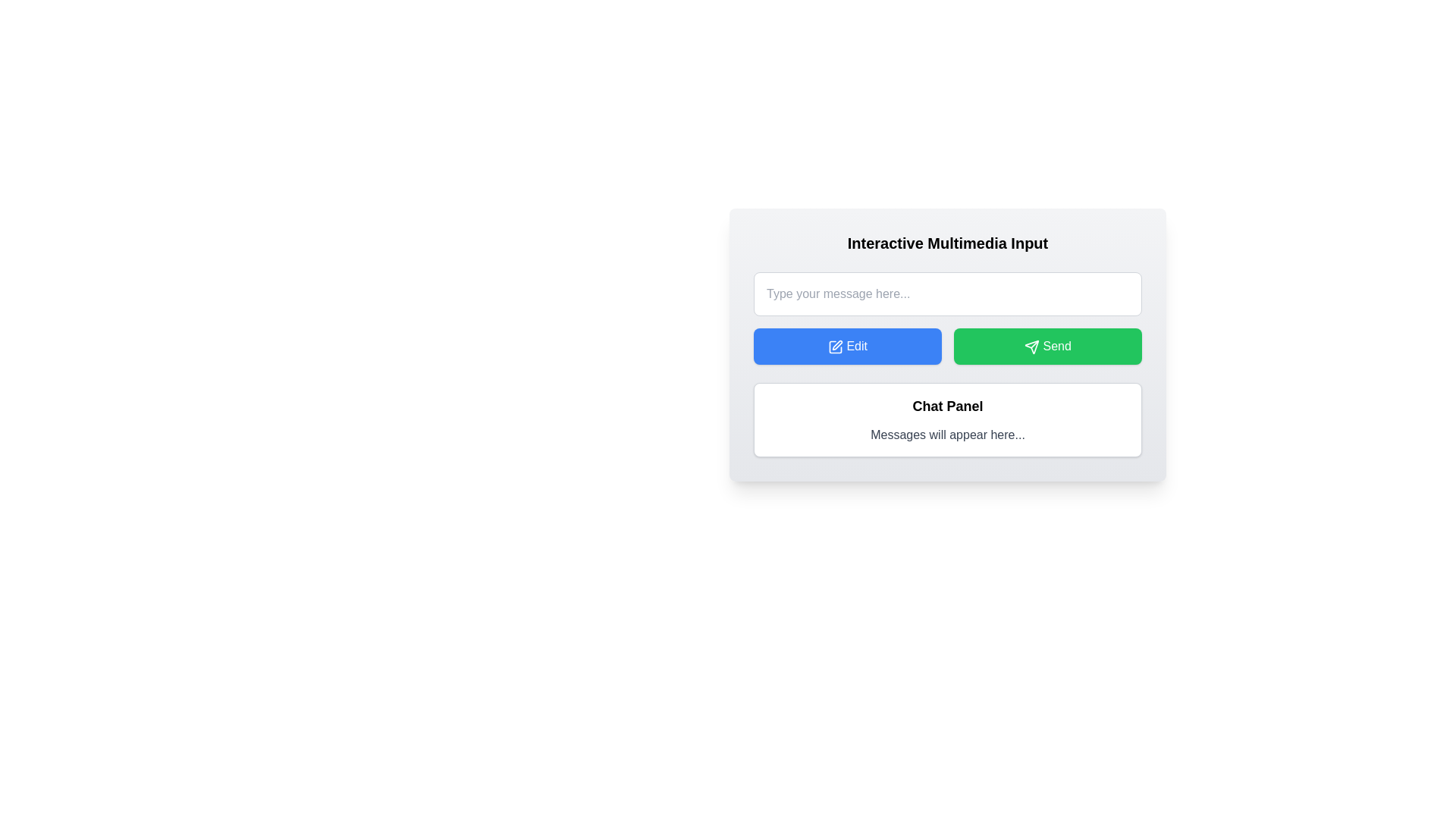 The height and width of the screenshot is (819, 1456). What do you see at coordinates (1031, 347) in the screenshot?
I see `the send icon within the green 'Send' button located in the lower right portion of the form` at bounding box center [1031, 347].